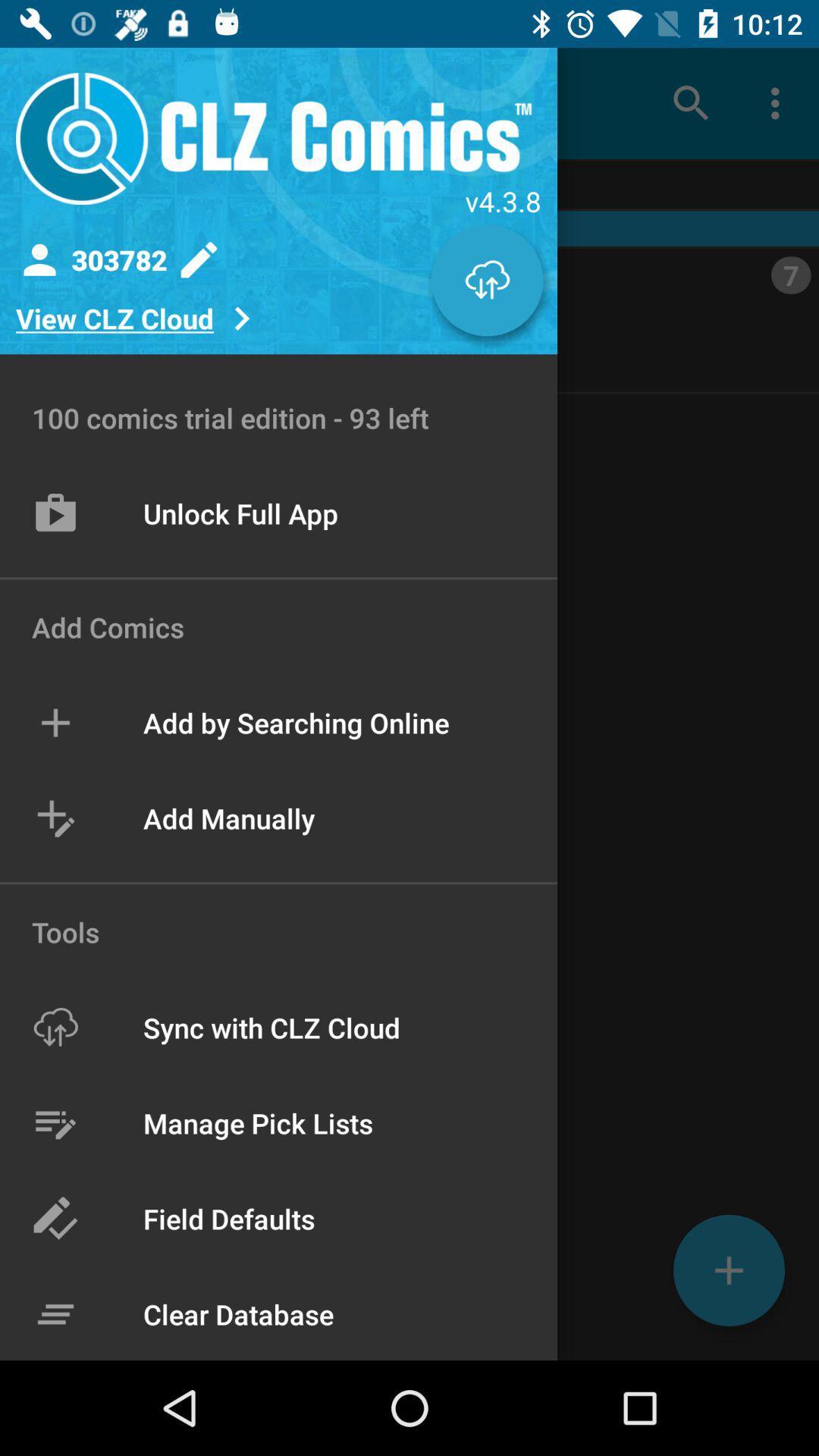 This screenshot has height=1456, width=819. What do you see at coordinates (728, 1270) in the screenshot?
I see `the add icon` at bounding box center [728, 1270].